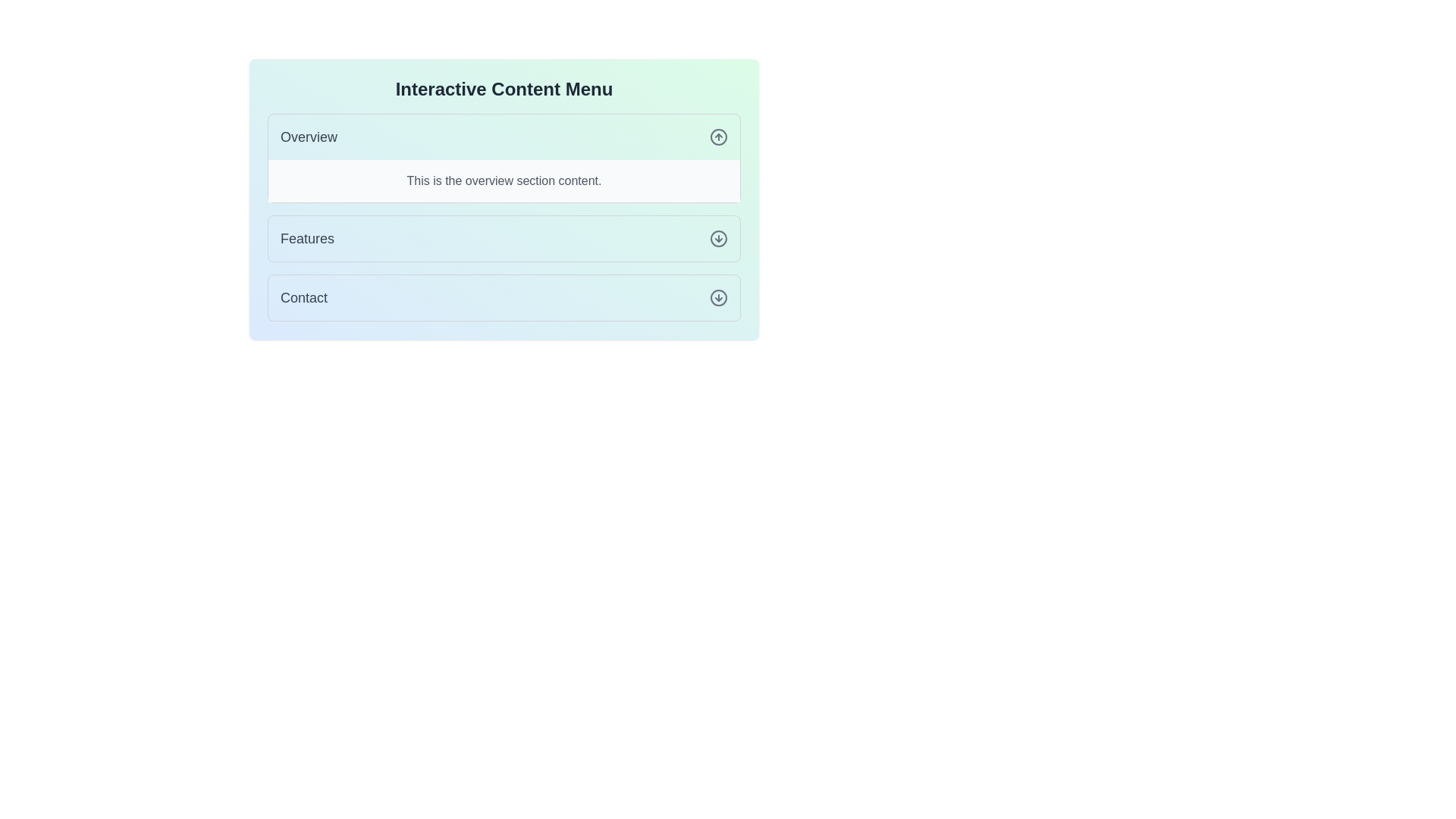  What do you see at coordinates (718, 137) in the screenshot?
I see `the circular outline icon with an upward arrow at the top-right corner of the 'Overview' section for visual or interactive feedback` at bounding box center [718, 137].